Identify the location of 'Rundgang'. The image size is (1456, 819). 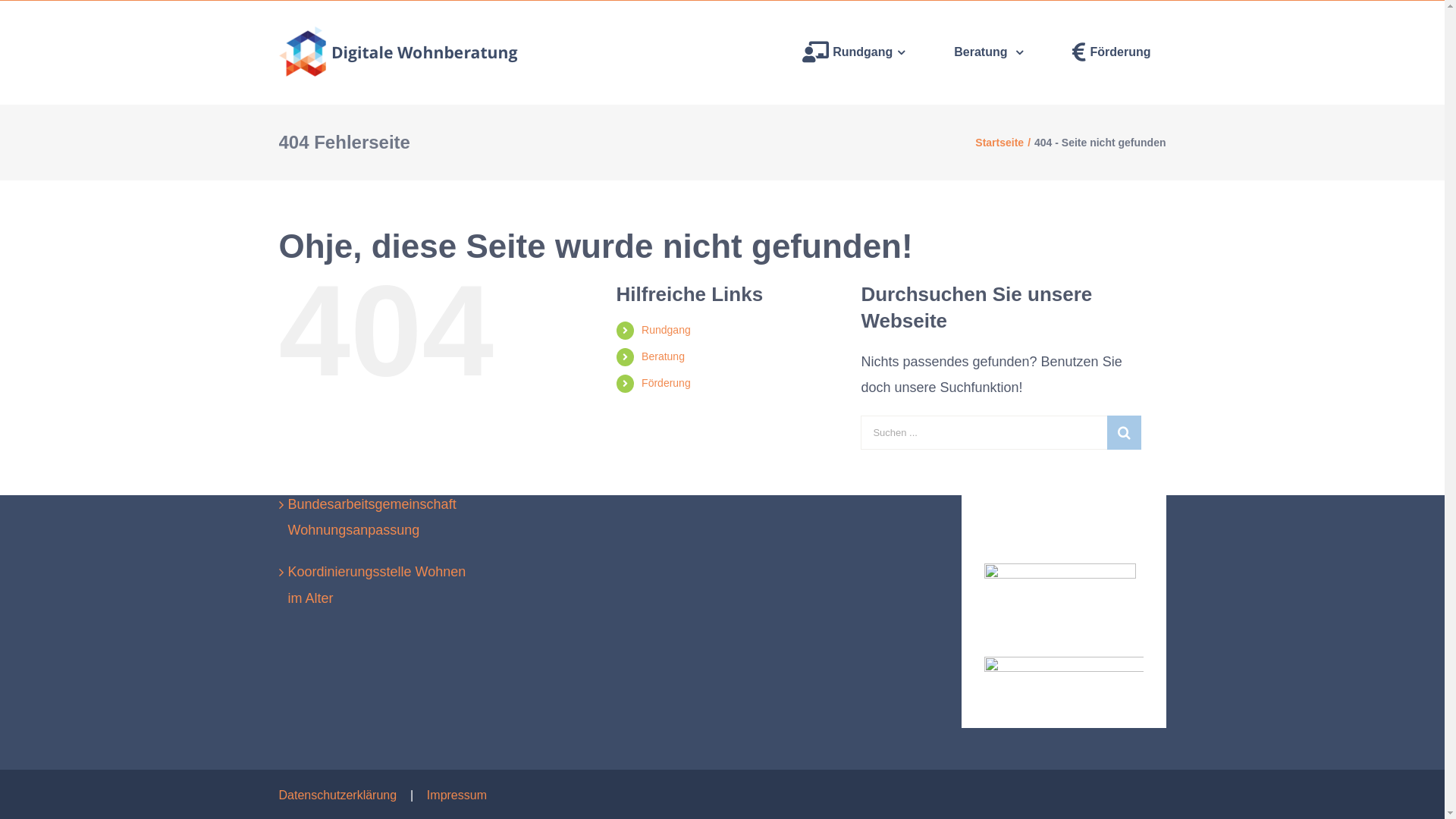
(666, 329).